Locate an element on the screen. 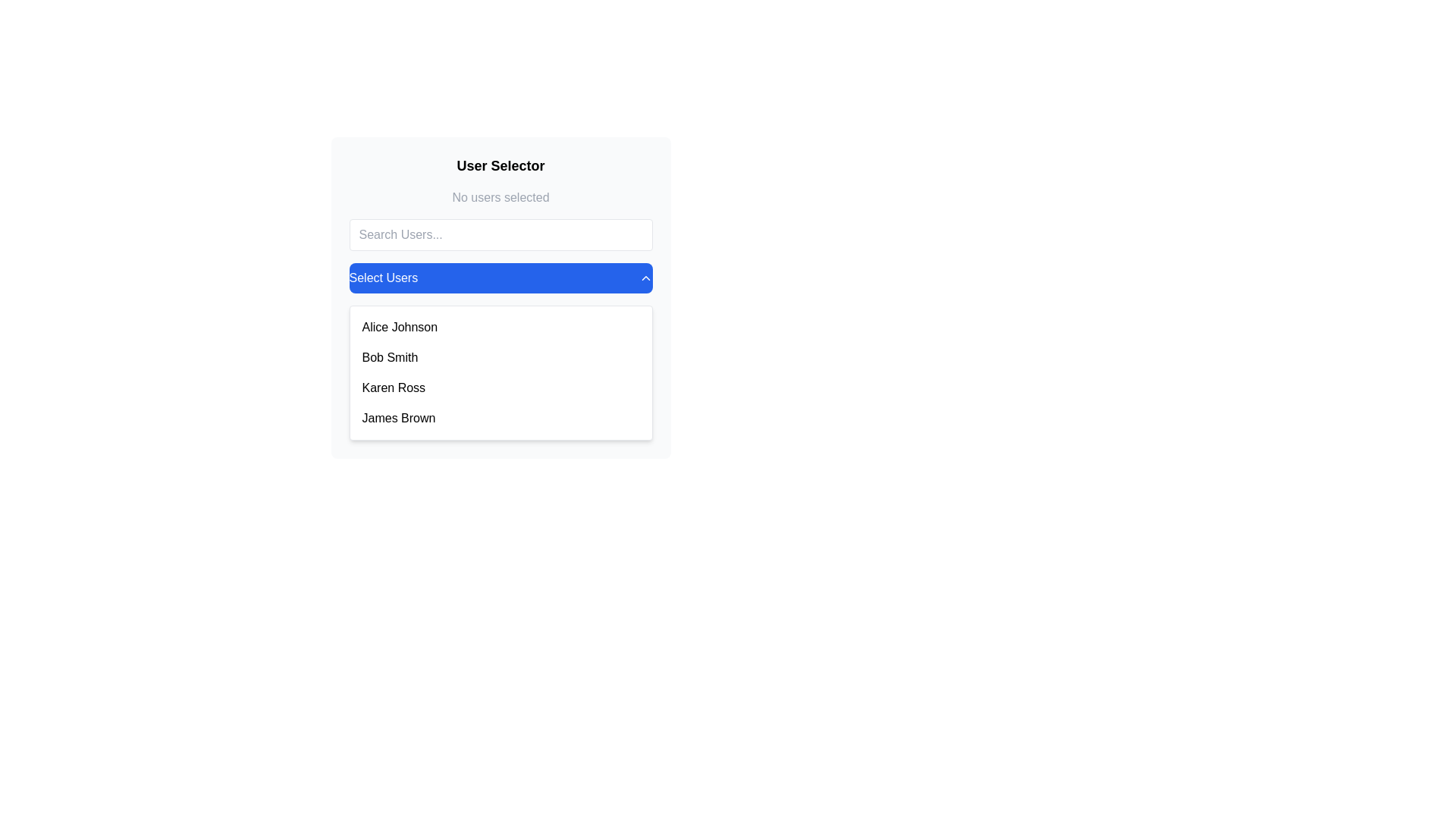 This screenshot has width=1456, height=819. the fourth user name in the 'User Selector' list, which is a selectable element for user input is located at coordinates (500, 418).